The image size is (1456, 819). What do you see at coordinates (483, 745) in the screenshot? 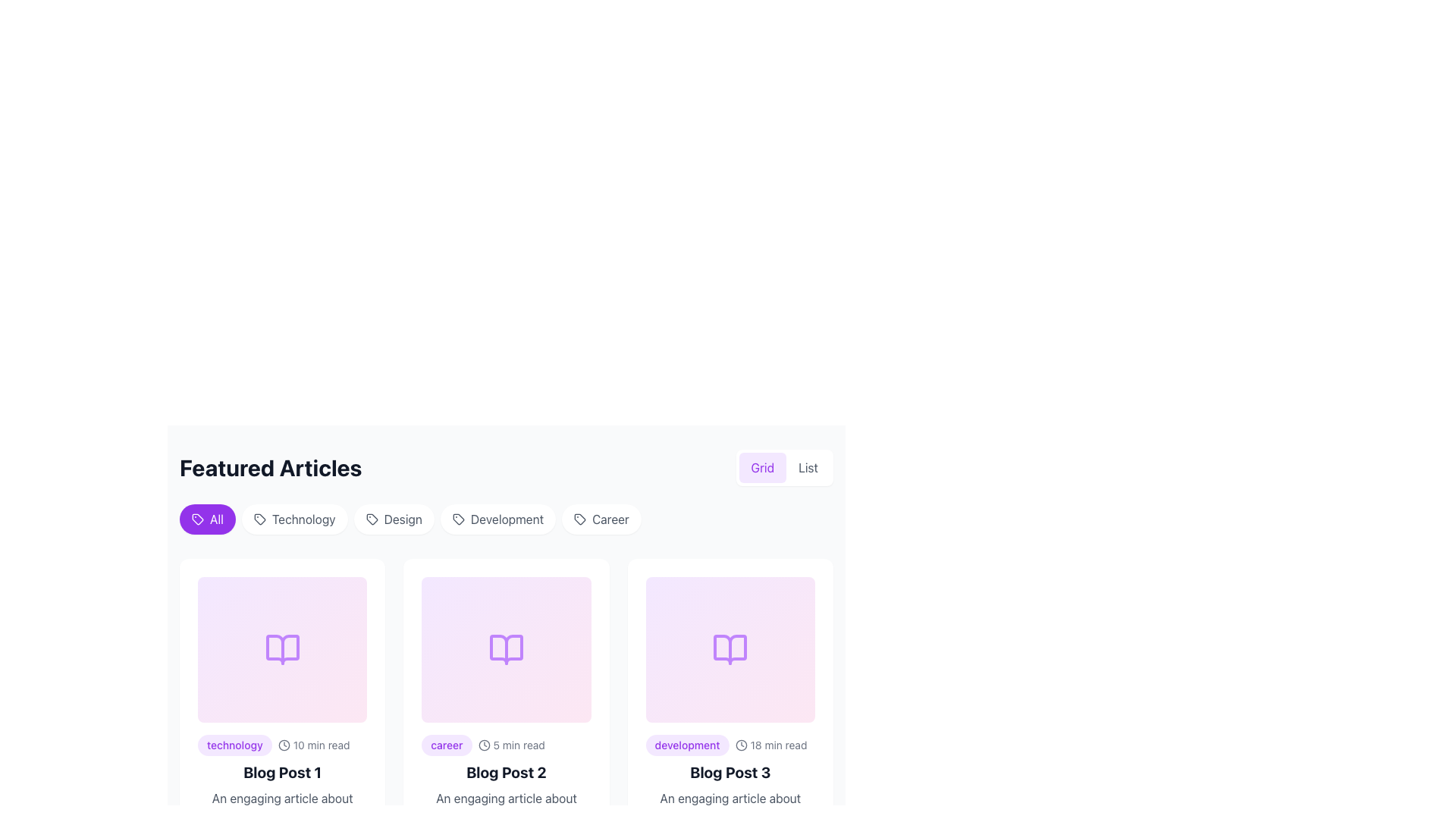
I see `the small, circular clock icon positioned to the left of the '5 min read' text below the 'Blog Post 2' heading` at bounding box center [483, 745].